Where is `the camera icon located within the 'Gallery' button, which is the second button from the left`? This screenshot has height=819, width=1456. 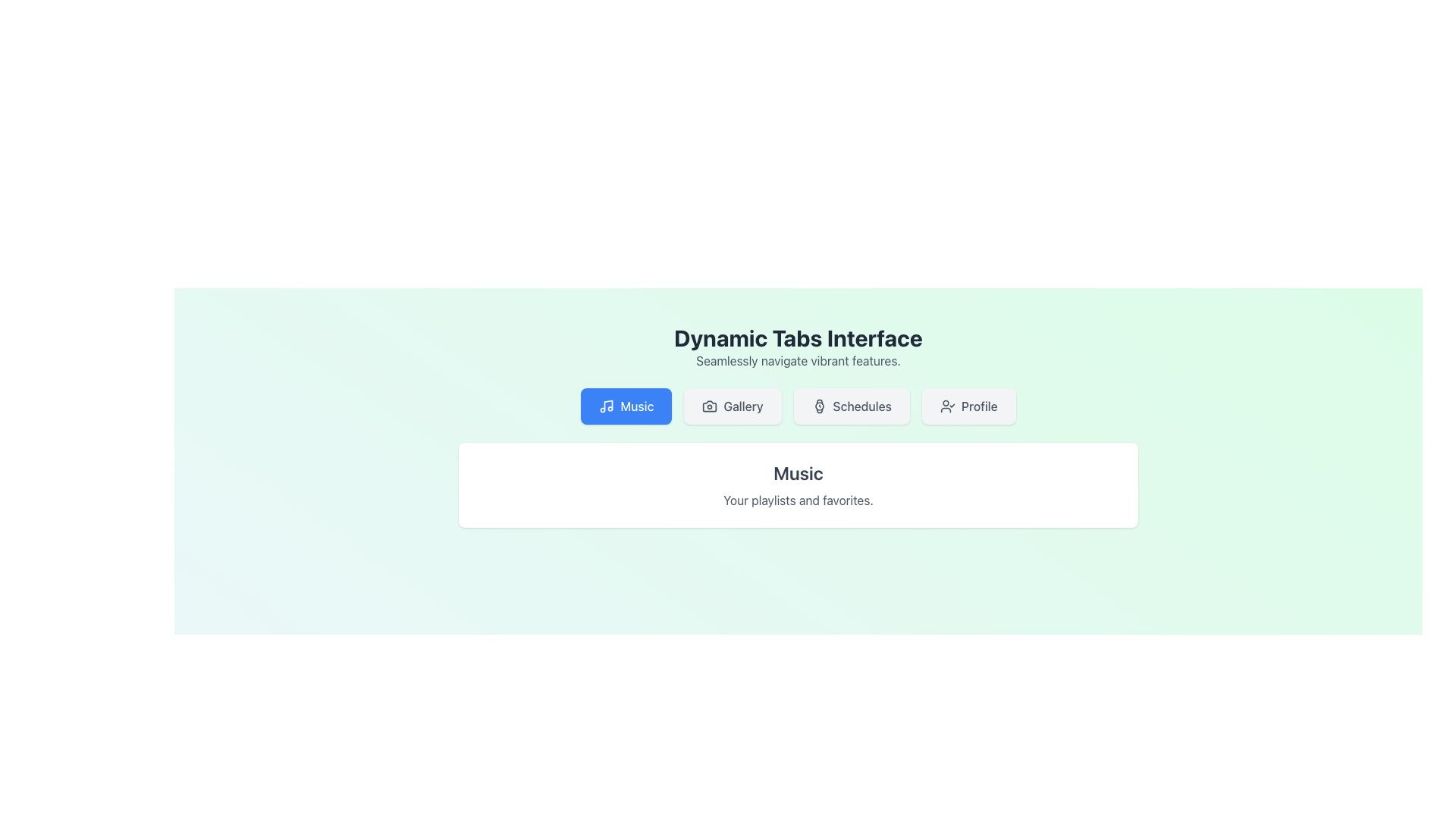
the camera icon located within the 'Gallery' button, which is the second button from the left is located at coordinates (709, 406).